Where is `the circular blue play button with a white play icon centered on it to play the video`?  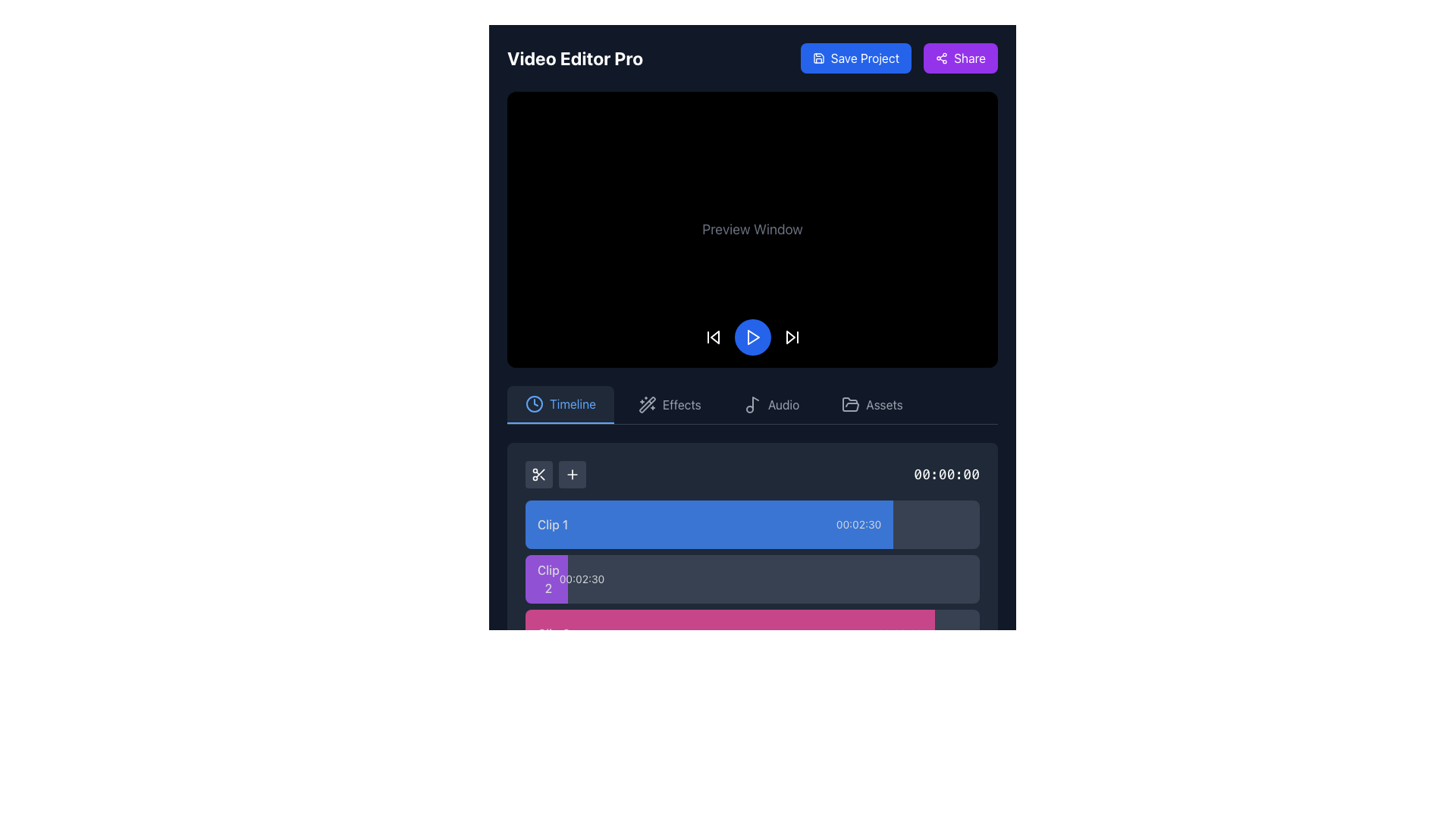 the circular blue play button with a white play icon centered on it to play the video is located at coordinates (752, 336).